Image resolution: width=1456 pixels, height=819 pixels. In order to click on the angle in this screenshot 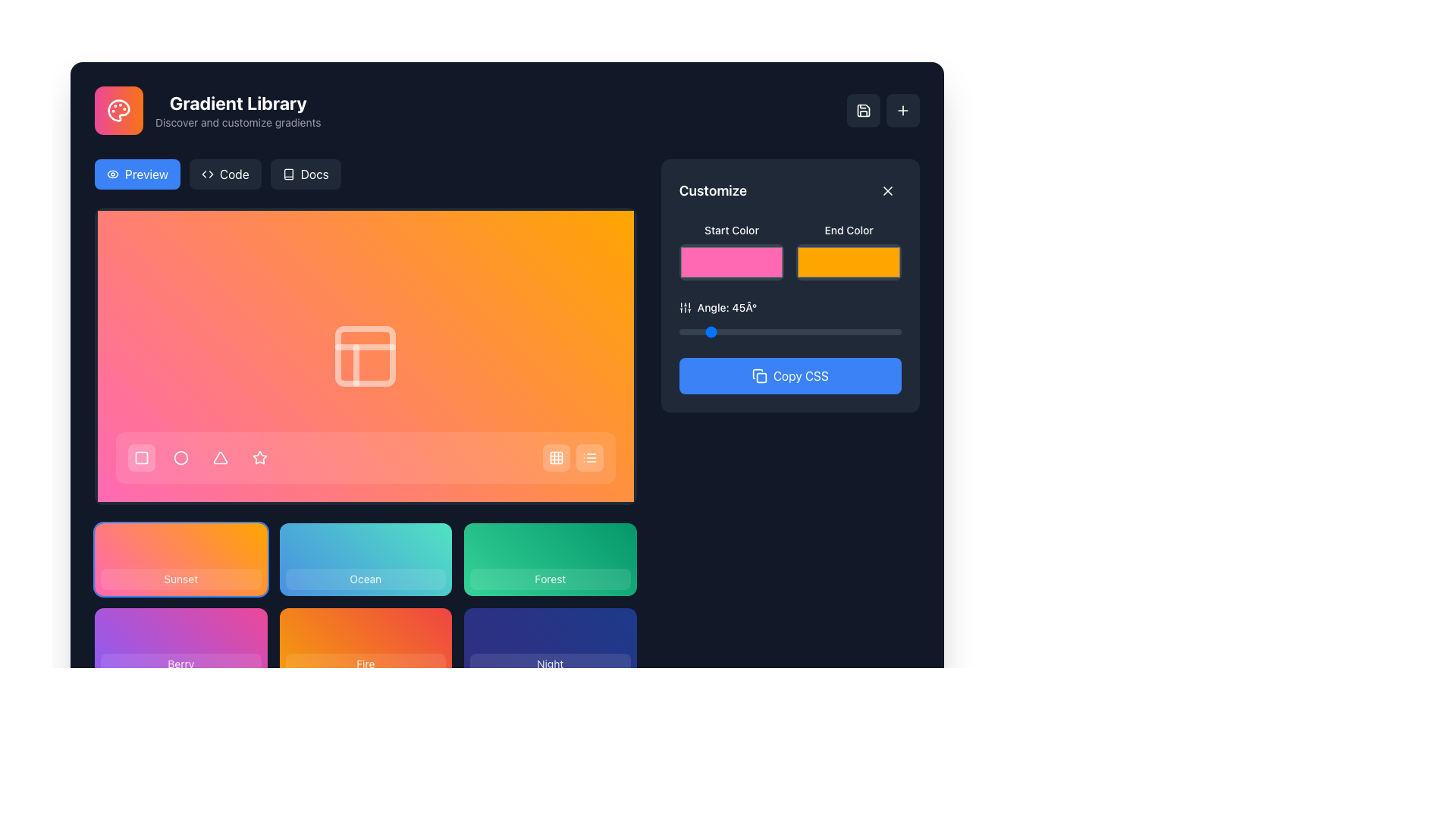, I will do `click(778, 331)`.